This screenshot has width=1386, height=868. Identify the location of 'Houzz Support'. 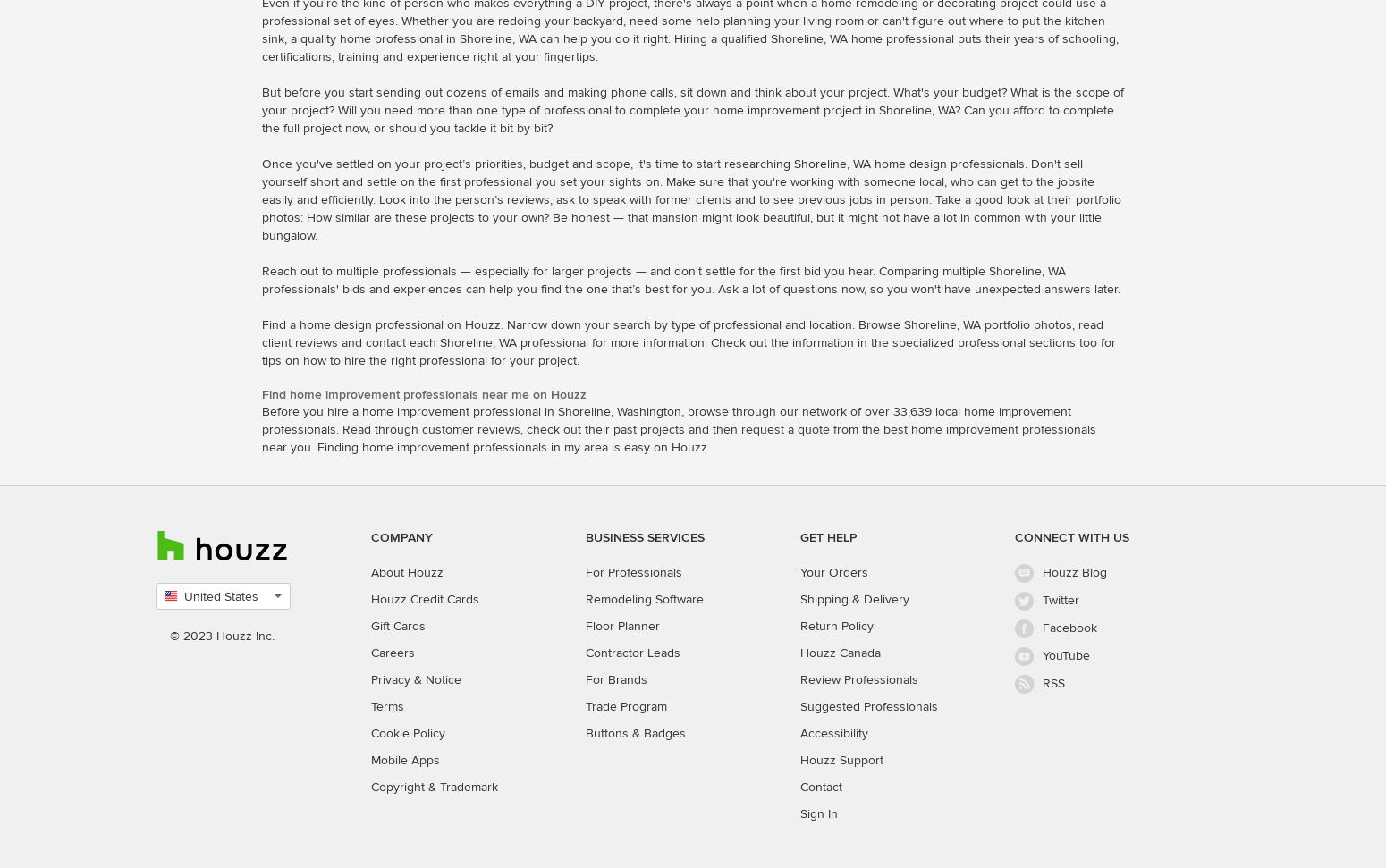
(799, 758).